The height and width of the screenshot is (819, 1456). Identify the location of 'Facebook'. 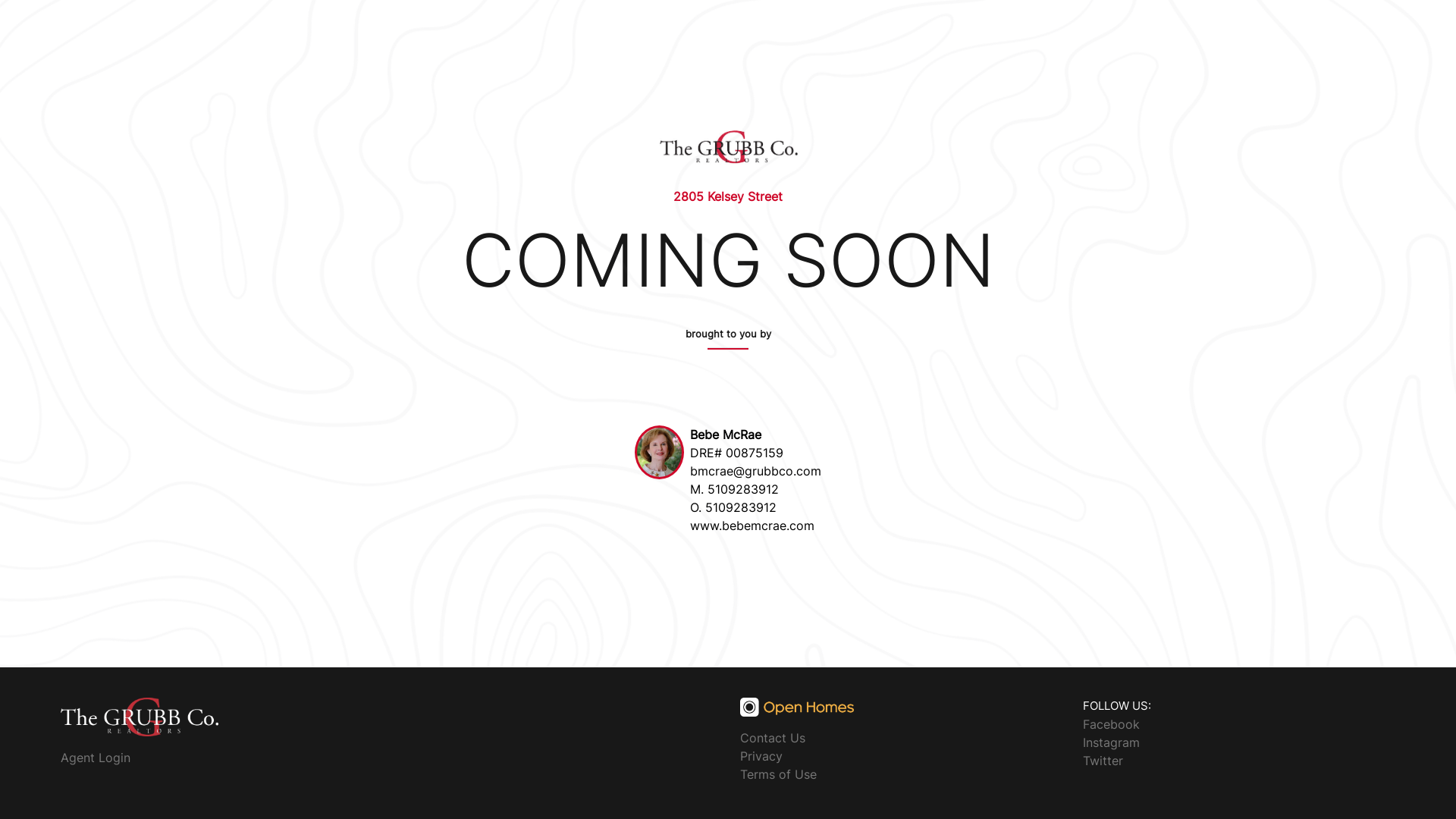
(1082, 722).